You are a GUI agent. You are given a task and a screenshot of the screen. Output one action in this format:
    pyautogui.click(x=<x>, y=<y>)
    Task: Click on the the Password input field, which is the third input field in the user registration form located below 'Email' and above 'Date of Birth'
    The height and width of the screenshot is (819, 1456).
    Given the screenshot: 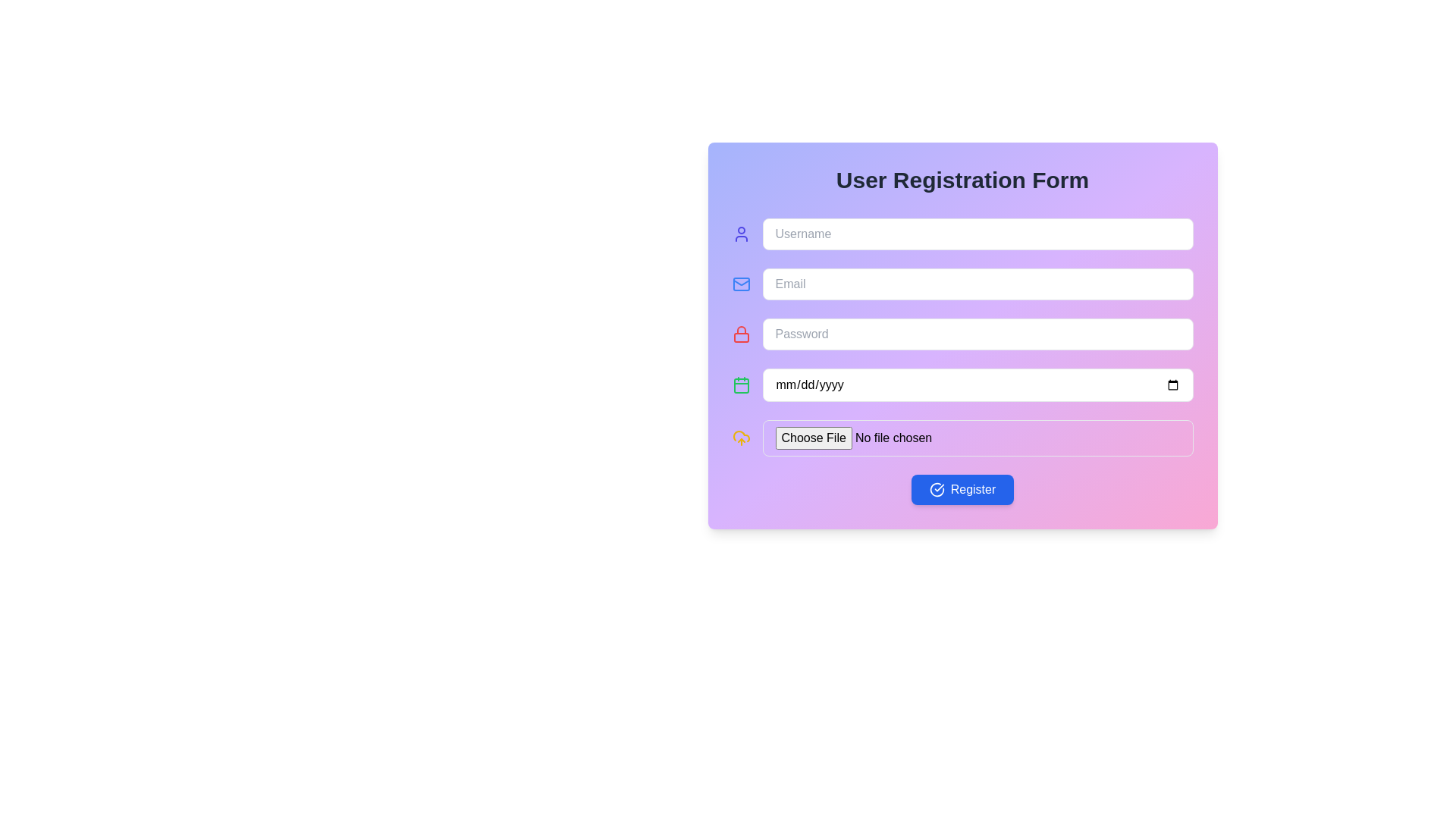 What is the action you would take?
    pyautogui.click(x=962, y=333)
    